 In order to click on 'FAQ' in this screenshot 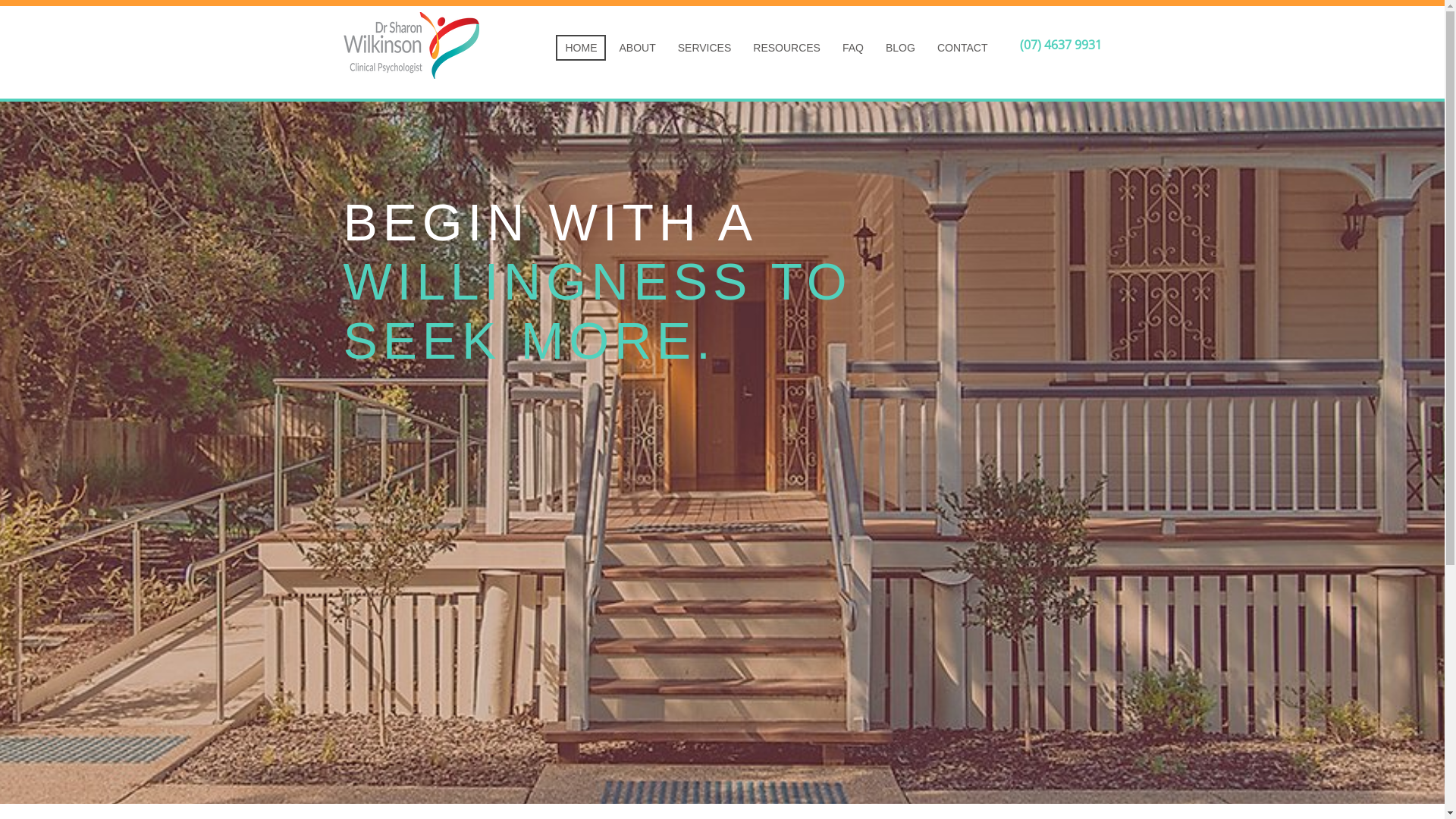, I will do `click(833, 46)`.